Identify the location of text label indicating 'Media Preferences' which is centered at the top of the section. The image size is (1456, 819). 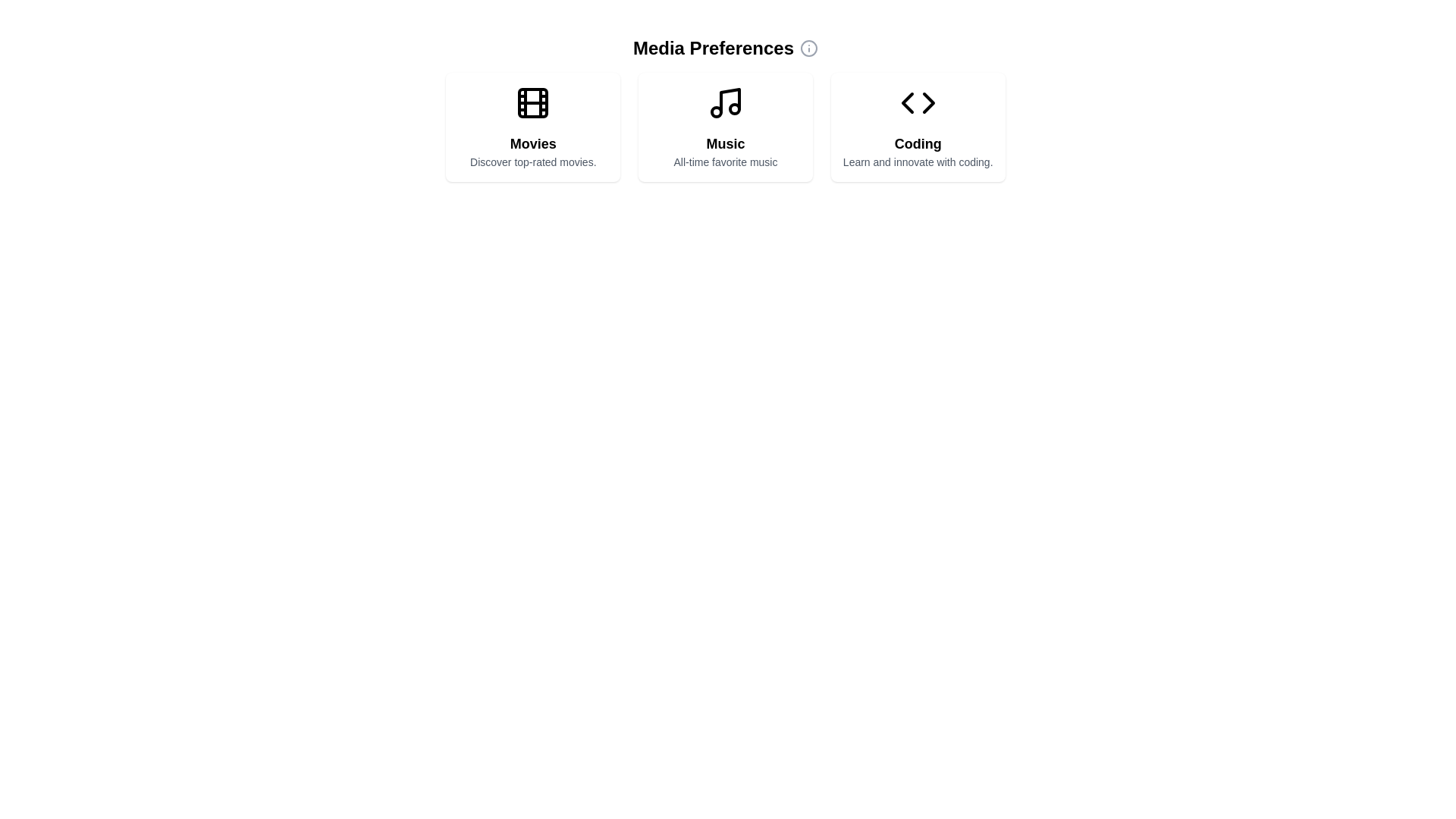
(712, 48).